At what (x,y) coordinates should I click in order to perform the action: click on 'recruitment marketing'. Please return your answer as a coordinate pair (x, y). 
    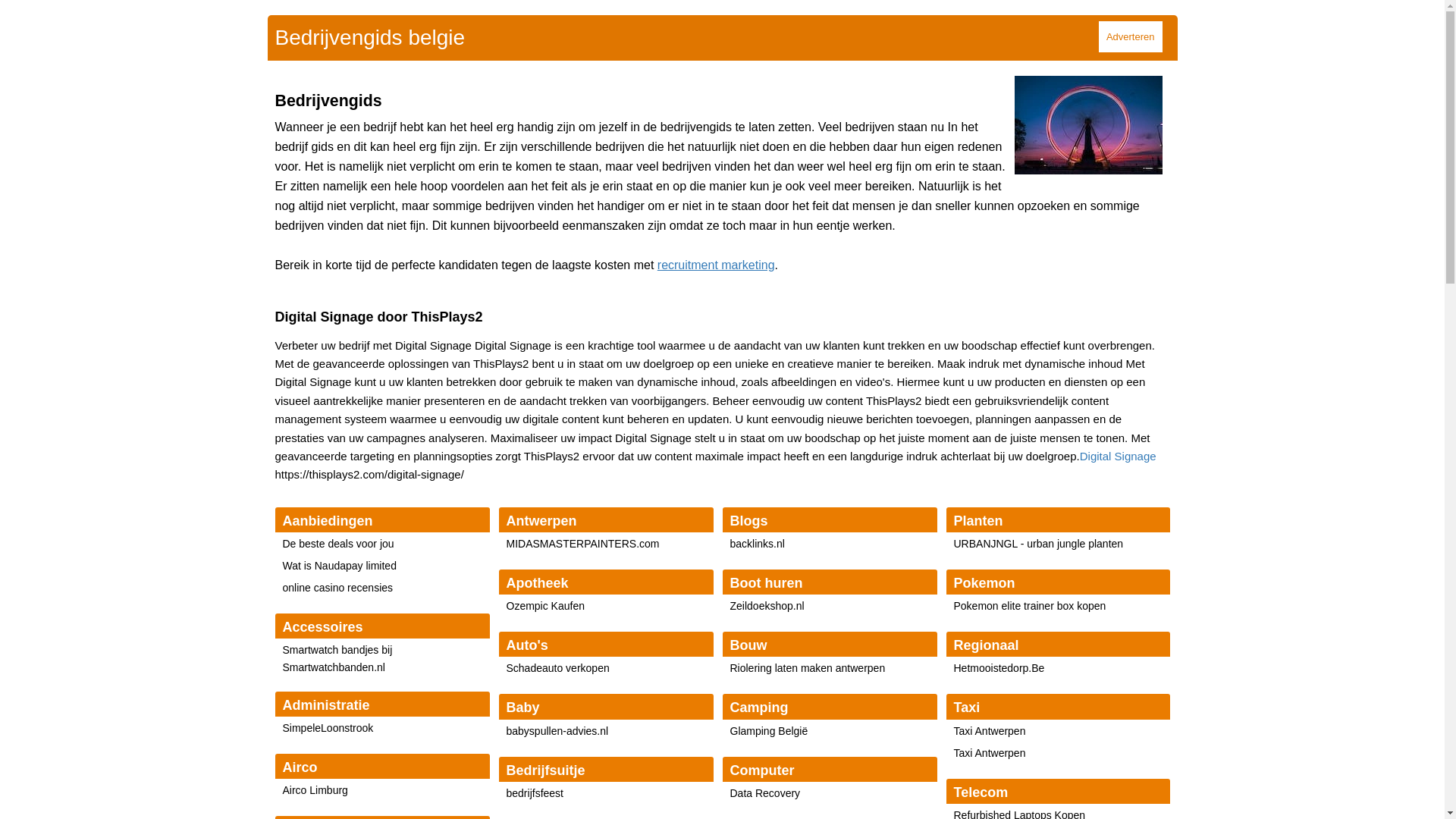
    Looking at the image, I should click on (657, 264).